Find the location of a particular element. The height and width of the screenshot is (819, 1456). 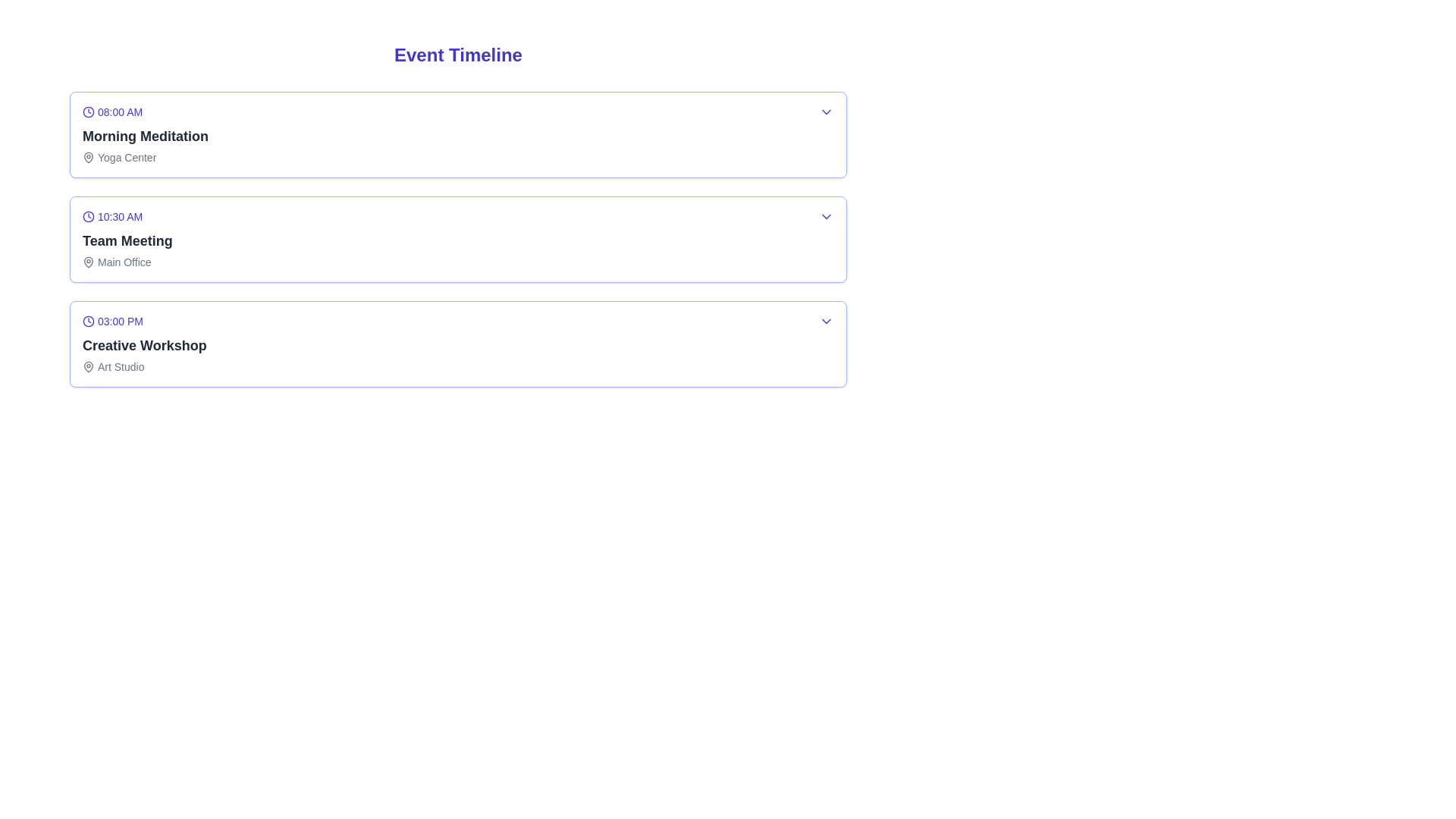

the circular graphical element located at the center of the clock icon, which is positioned to the left of '03:00 PM' and above 'Creative Workshop' in the third event card is located at coordinates (87, 321).